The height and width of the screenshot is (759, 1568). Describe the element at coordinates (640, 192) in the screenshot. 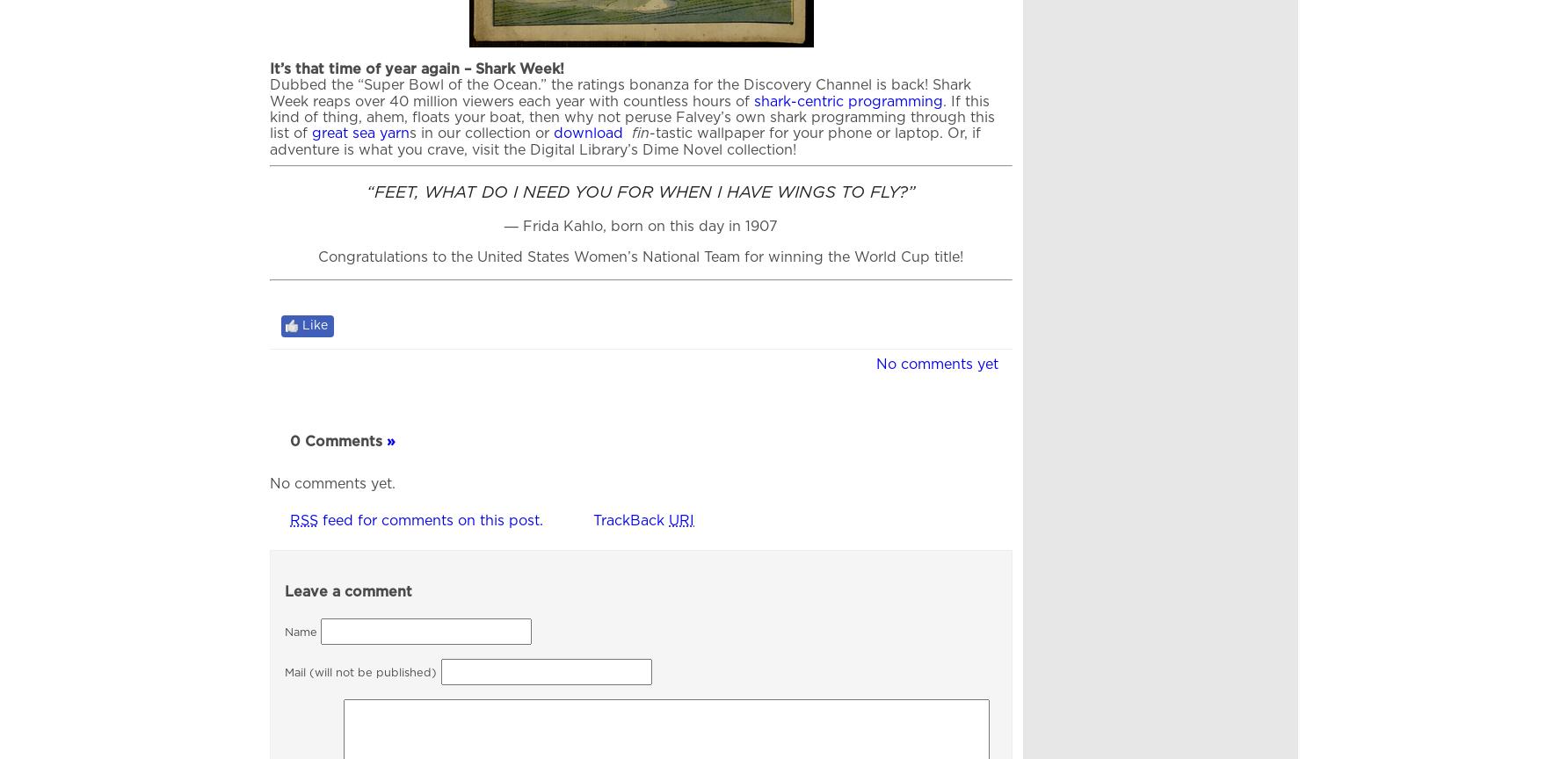

I see `'“Feet, what do I need you for when I have wings to fly?”'` at that location.